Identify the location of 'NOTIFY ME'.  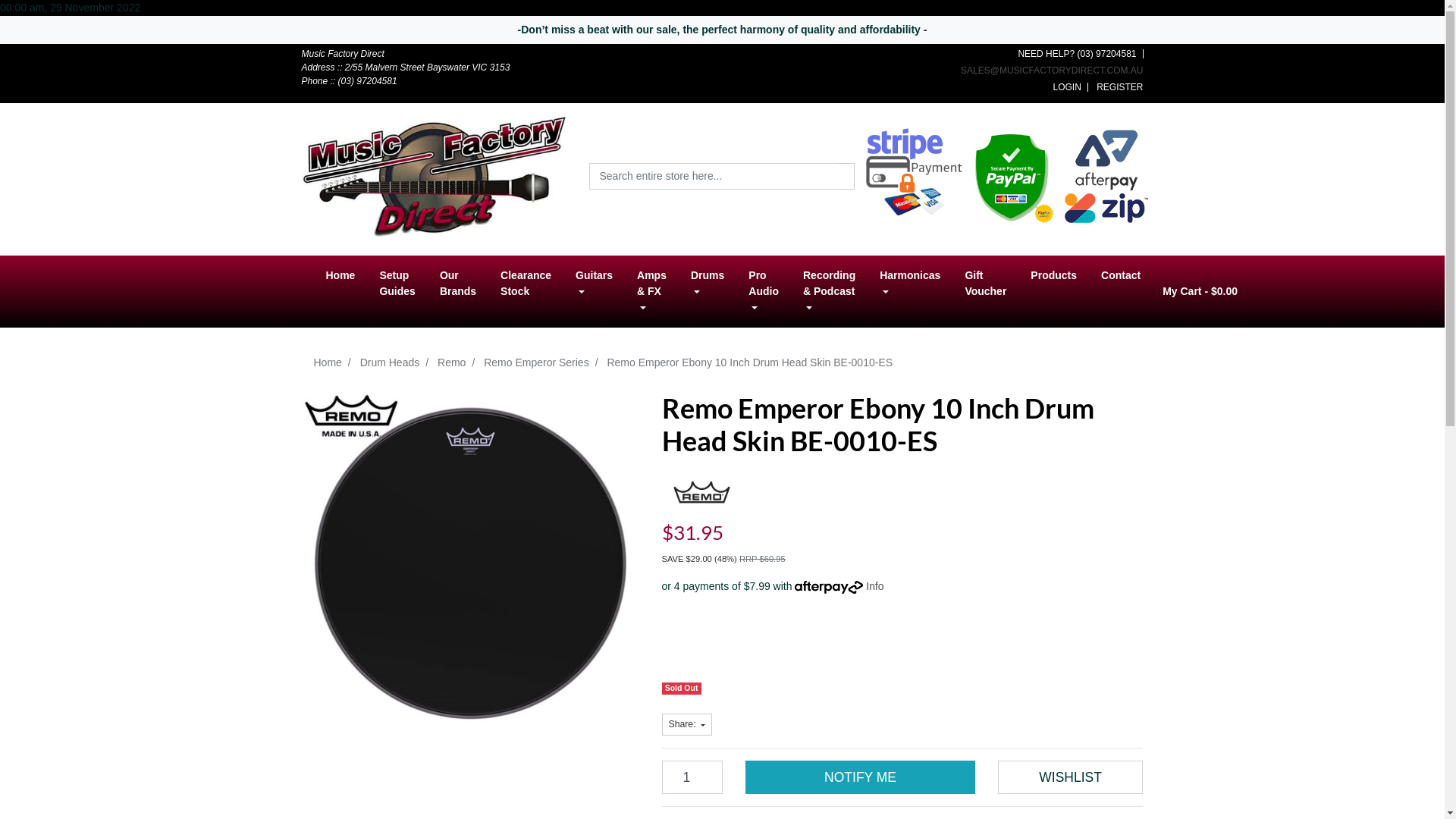
(859, 777).